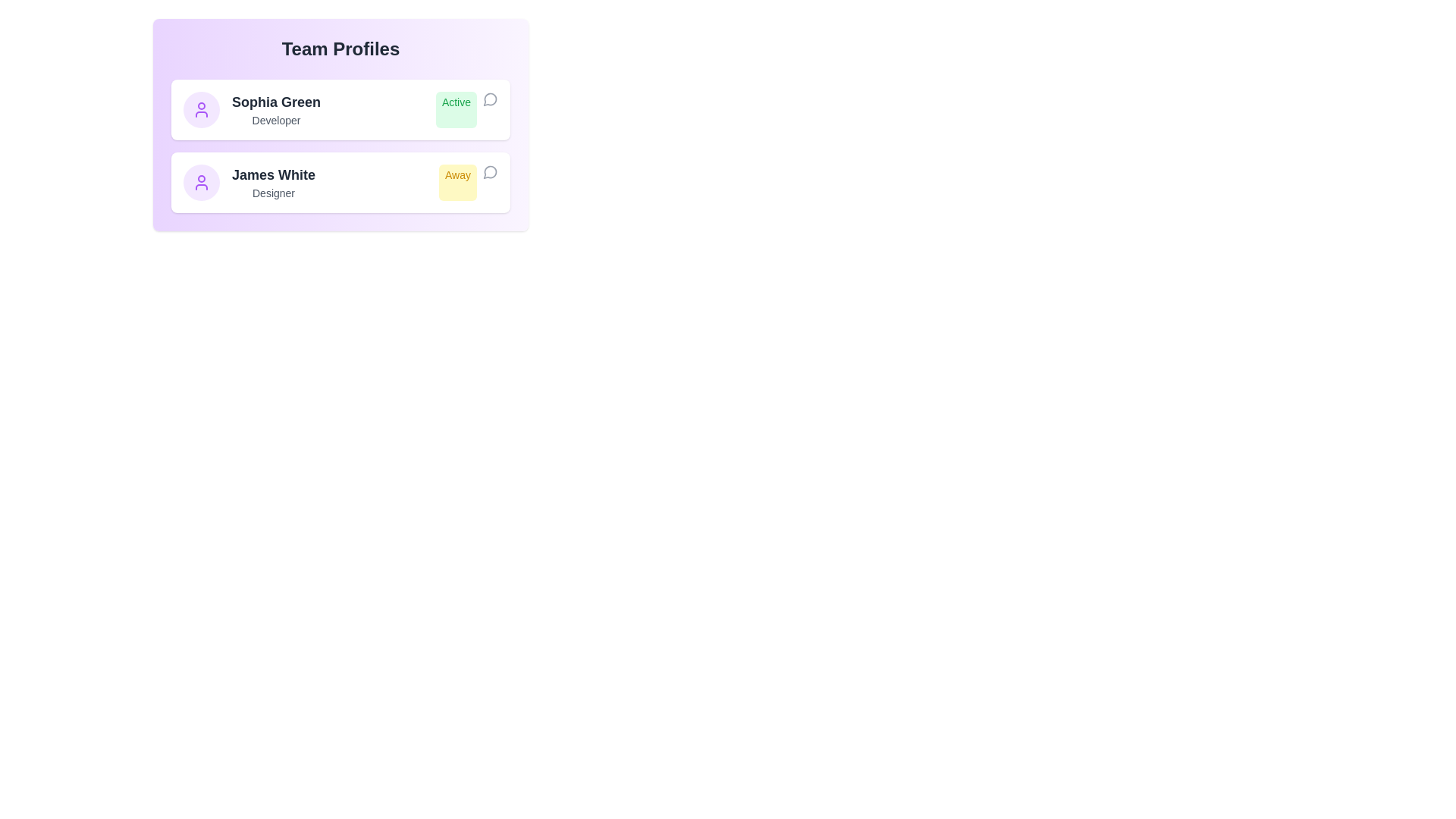 The image size is (1456, 819). What do you see at coordinates (490, 171) in the screenshot?
I see `the circular speech bubble icon located to the right of the profile section labeled 'James White', which is the second entry` at bounding box center [490, 171].